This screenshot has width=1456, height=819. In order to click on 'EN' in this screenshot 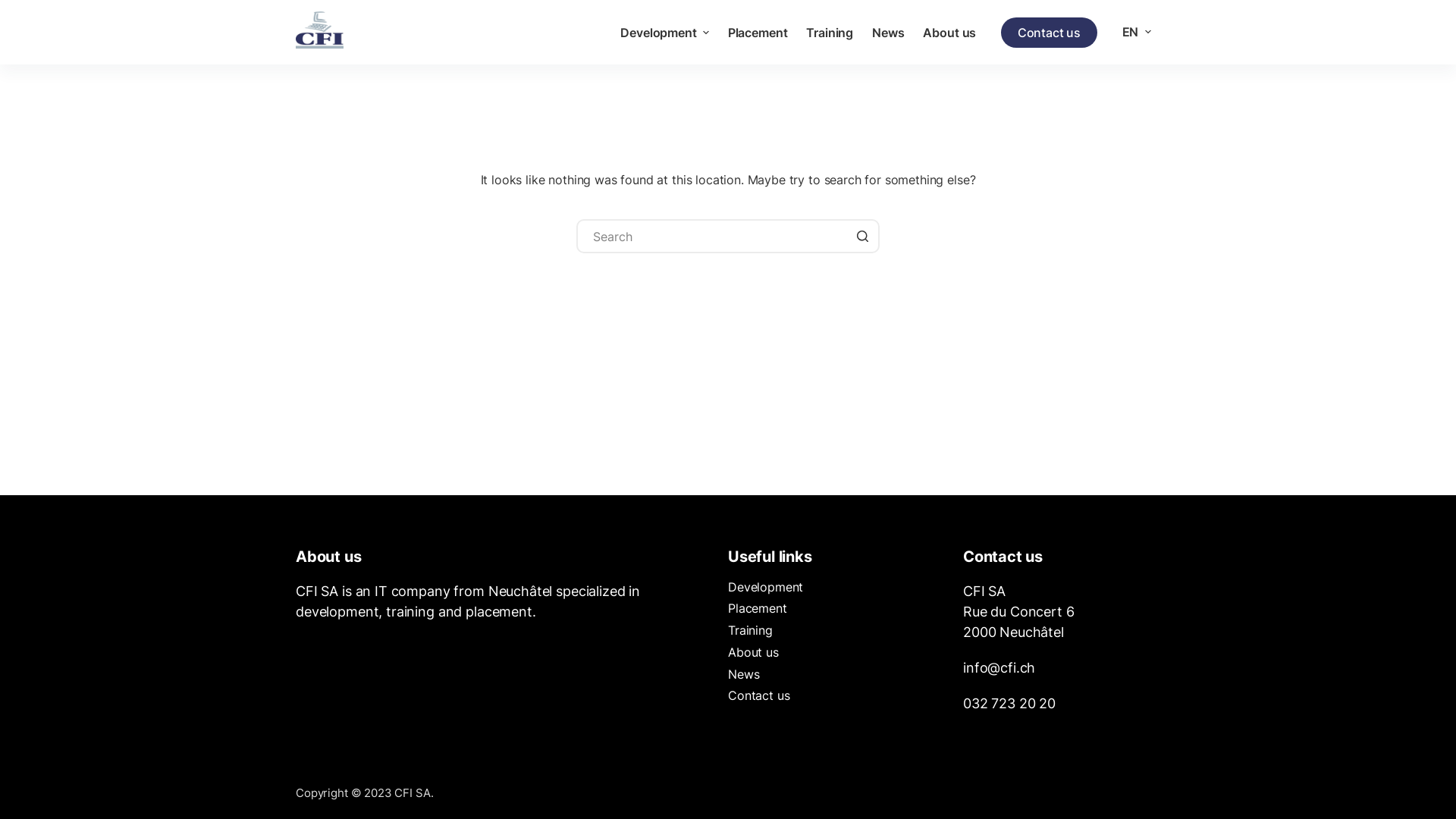, I will do `click(1136, 32)`.